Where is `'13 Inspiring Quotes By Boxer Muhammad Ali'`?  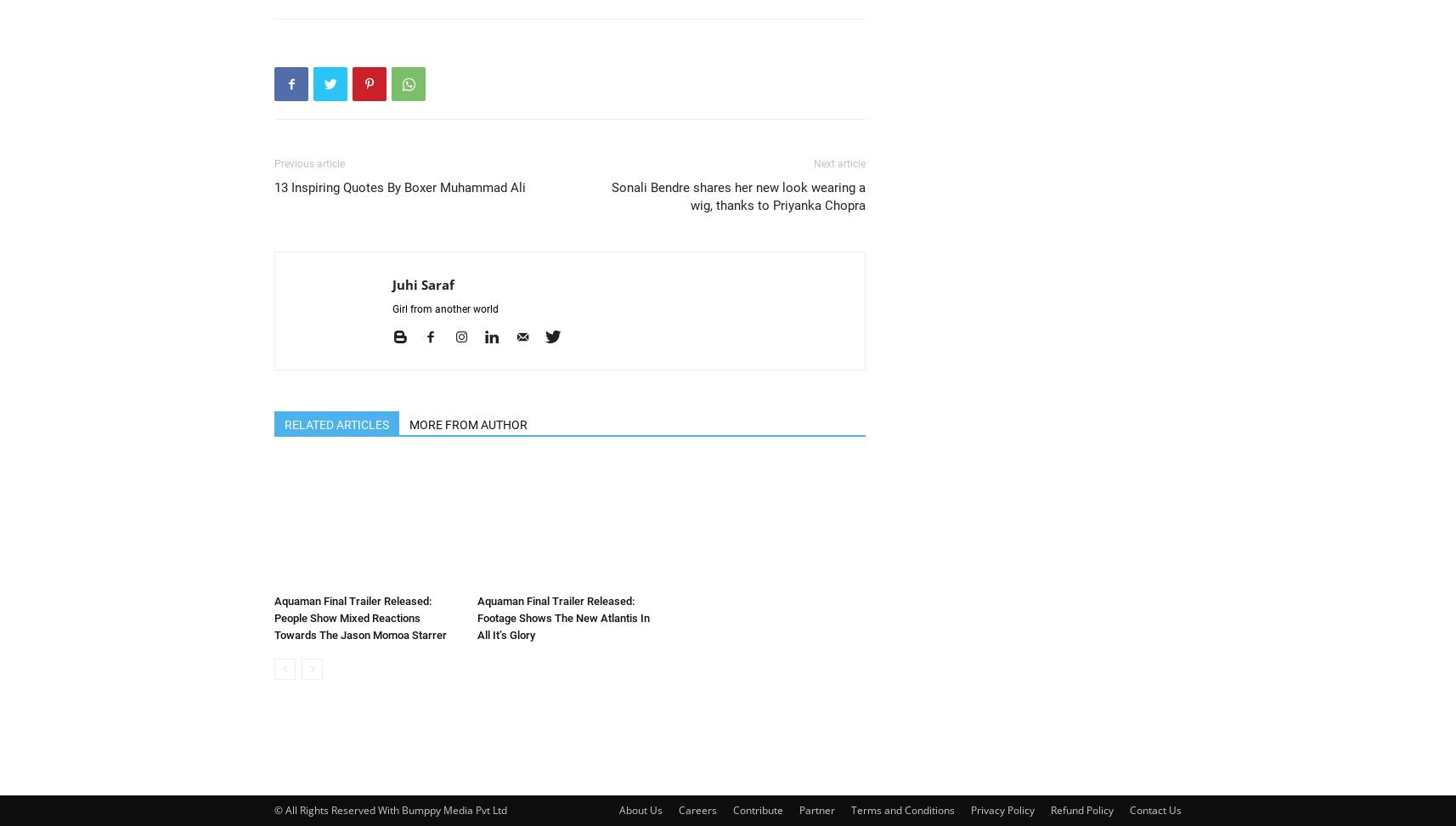
'13 Inspiring Quotes By Boxer Muhammad Ali' is located at coordinates (400, 187).